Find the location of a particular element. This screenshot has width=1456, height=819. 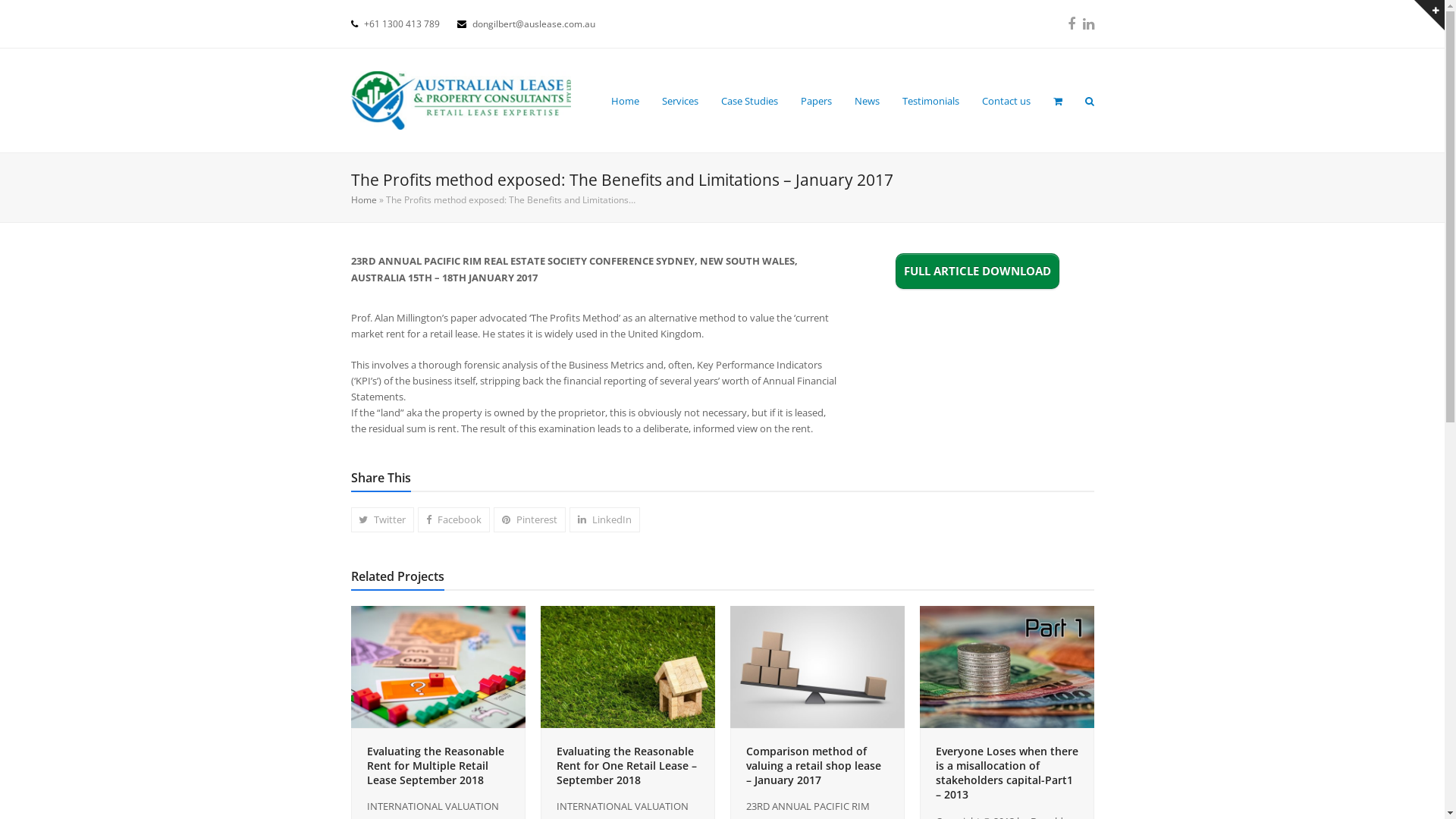

'Home' is located at coordinates (624, 100).